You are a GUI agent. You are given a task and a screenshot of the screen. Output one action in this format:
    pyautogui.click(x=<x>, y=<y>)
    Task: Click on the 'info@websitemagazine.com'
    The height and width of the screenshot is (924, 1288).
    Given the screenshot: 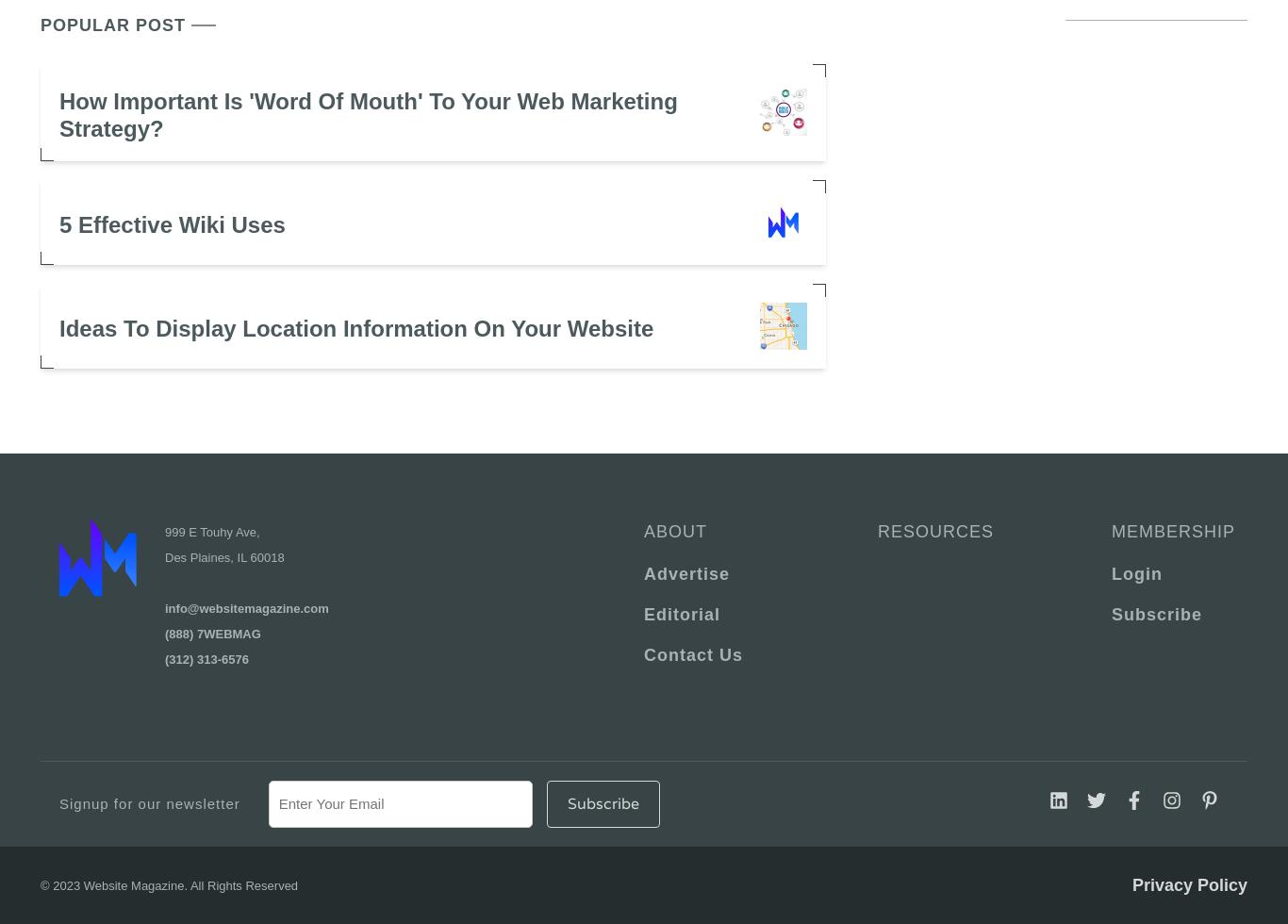 What is the action you would take?
    pyautogui.click(x=246, y=607)
    